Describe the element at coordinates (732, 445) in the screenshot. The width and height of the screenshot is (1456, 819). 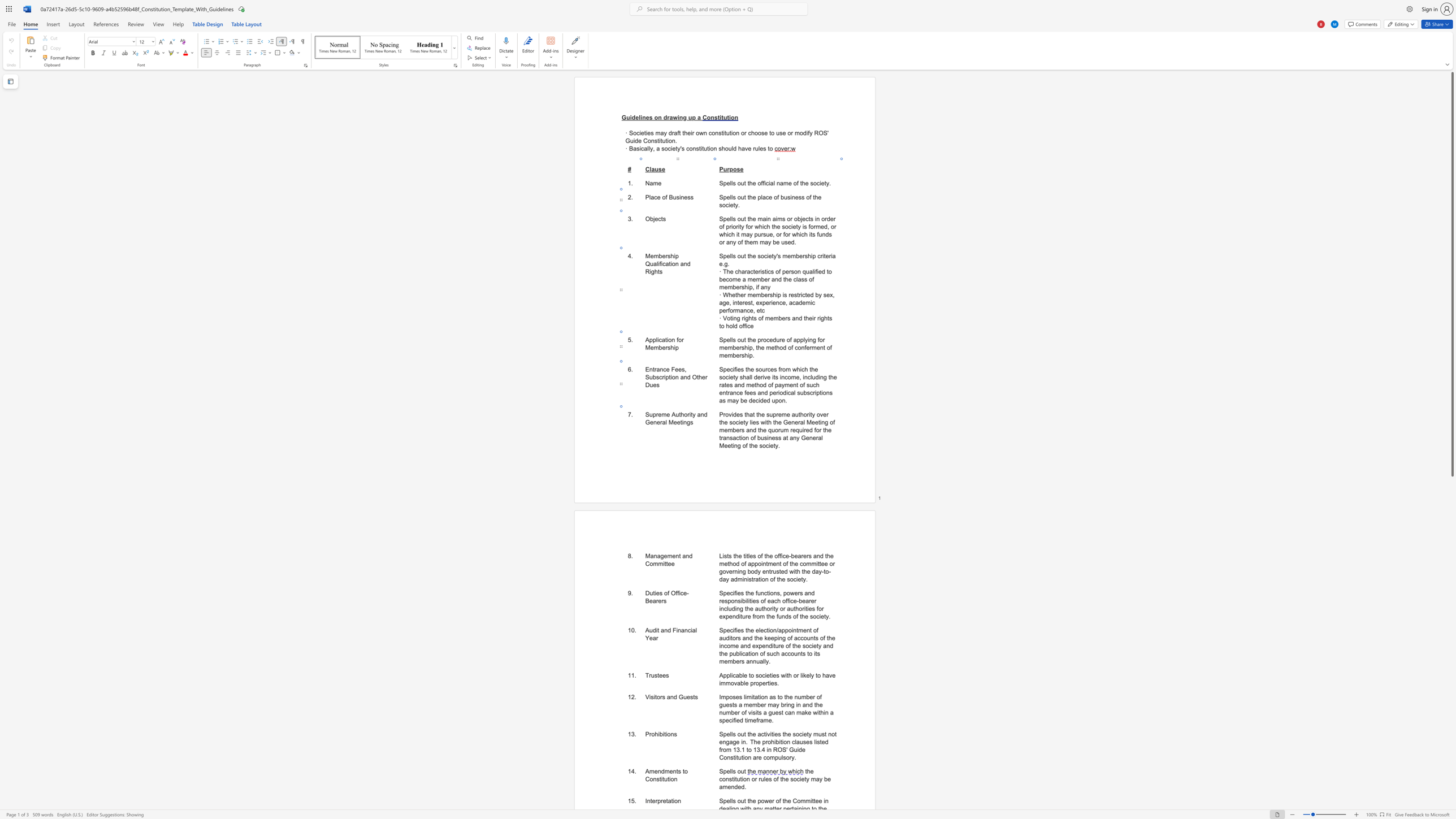
I see `the 5th character "t" in the text` at that location.